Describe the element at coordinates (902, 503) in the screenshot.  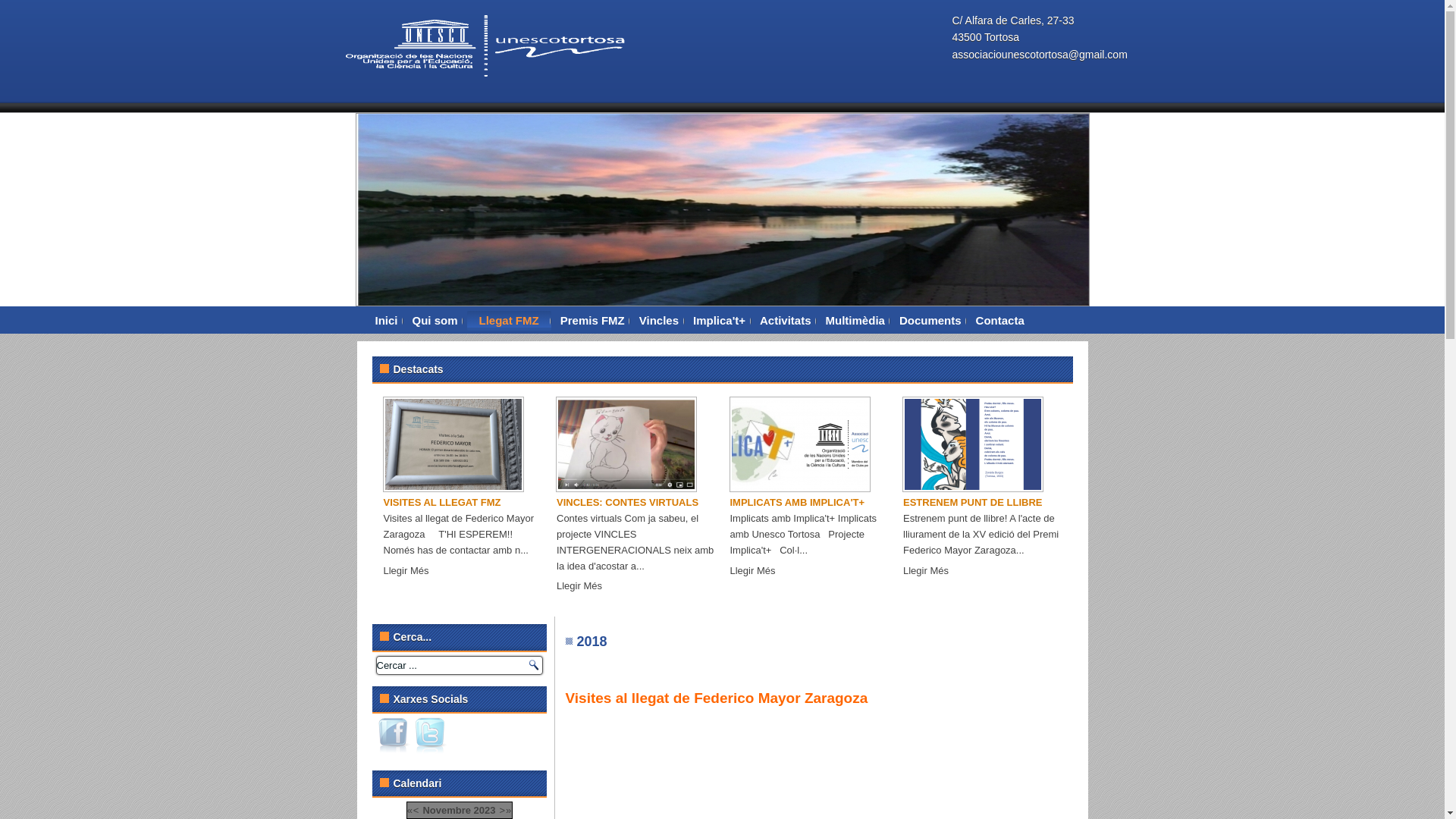
I see `'ESTRENEM PUNT DE LLIBRE'` at that location.